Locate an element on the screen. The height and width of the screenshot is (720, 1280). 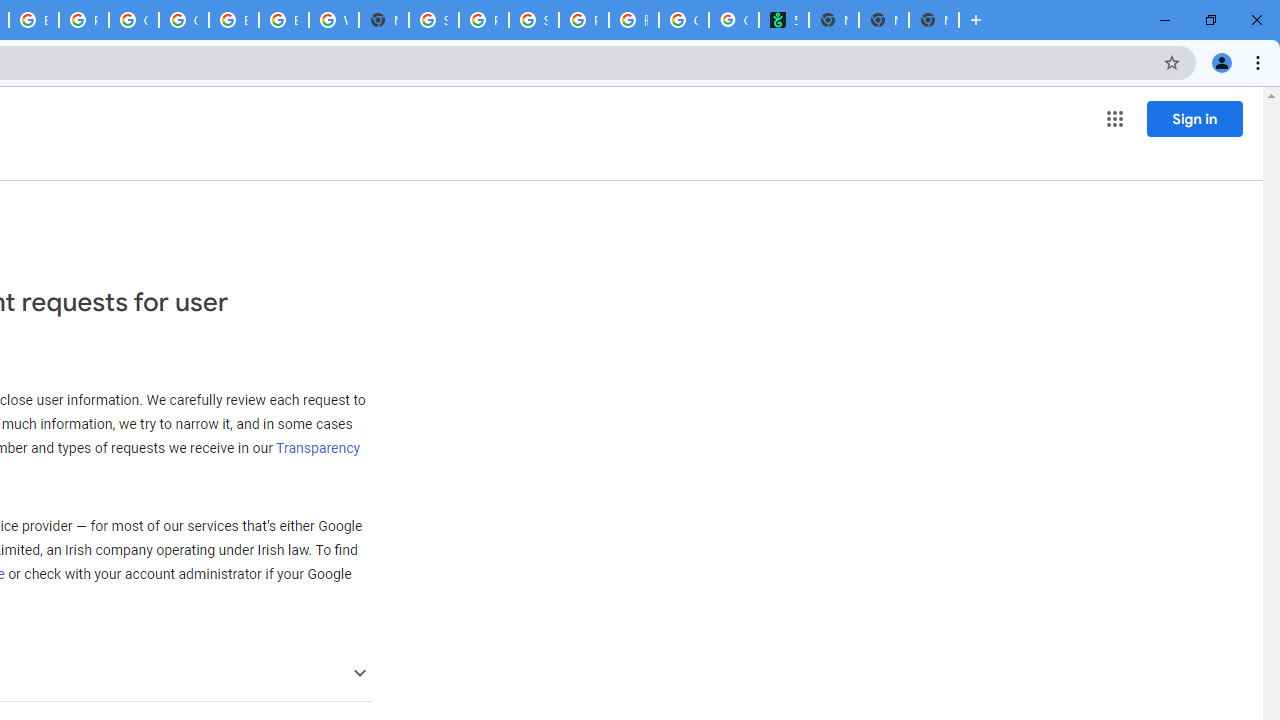
'Browse Chrome as a guest - Computer - Google Chrome Help' is located at coordinates (233, 20).